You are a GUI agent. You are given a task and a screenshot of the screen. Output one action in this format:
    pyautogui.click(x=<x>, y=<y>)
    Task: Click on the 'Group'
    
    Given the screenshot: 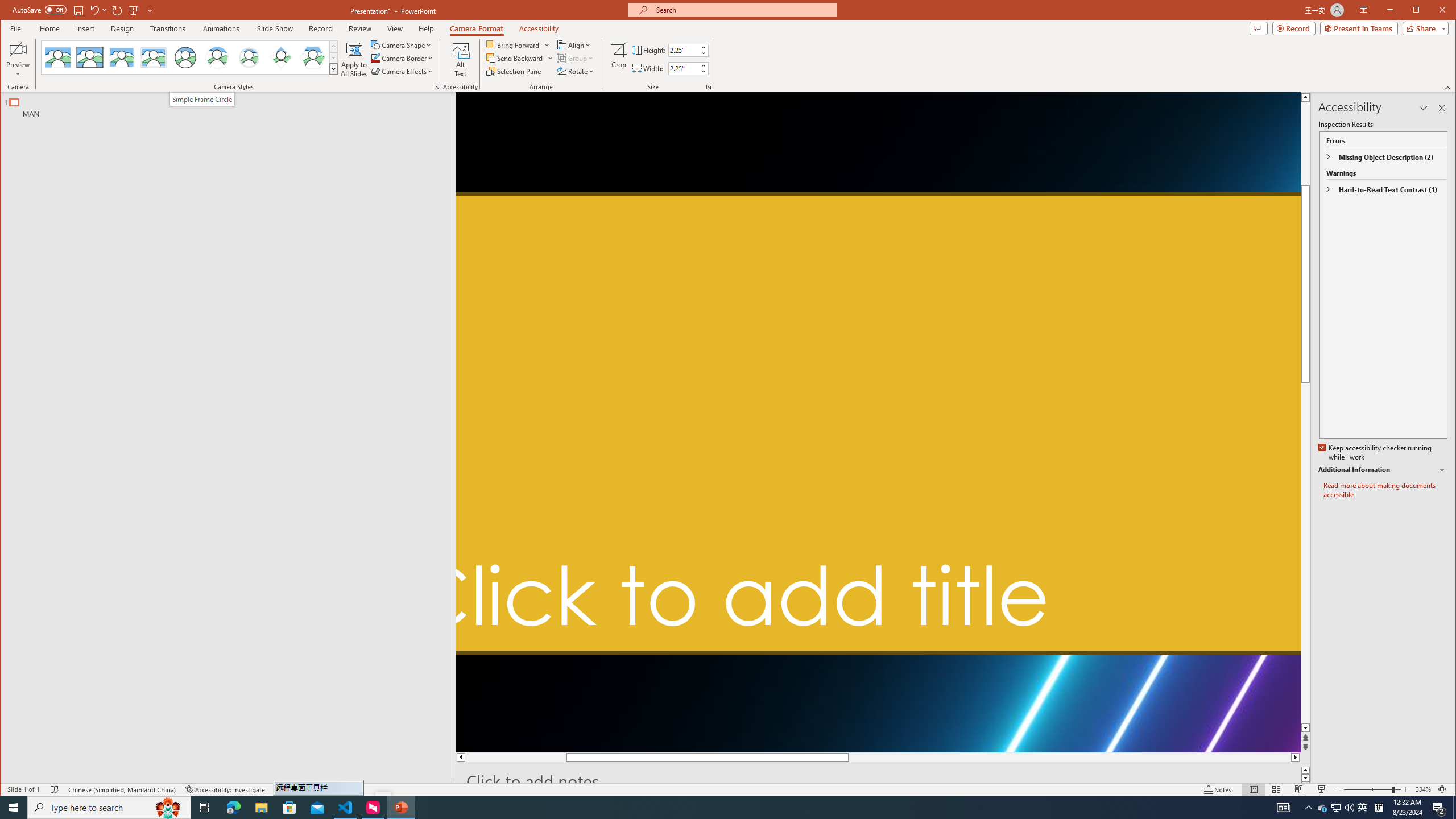 What is the action you would take?
    pyautogui.click(x=576, y=58)
    